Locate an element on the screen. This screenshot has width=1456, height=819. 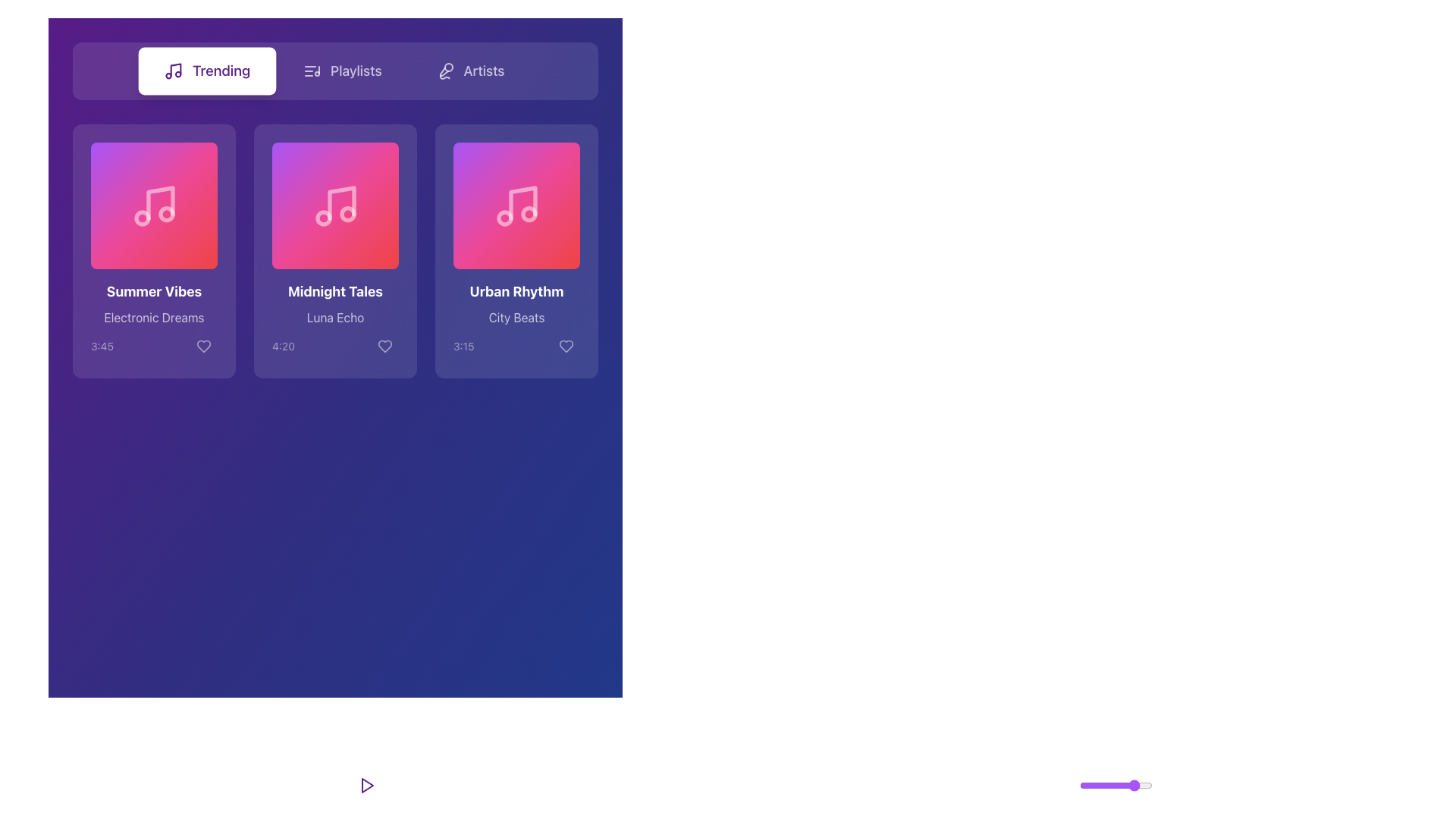
the slider is located at coordinates (1134, 785).